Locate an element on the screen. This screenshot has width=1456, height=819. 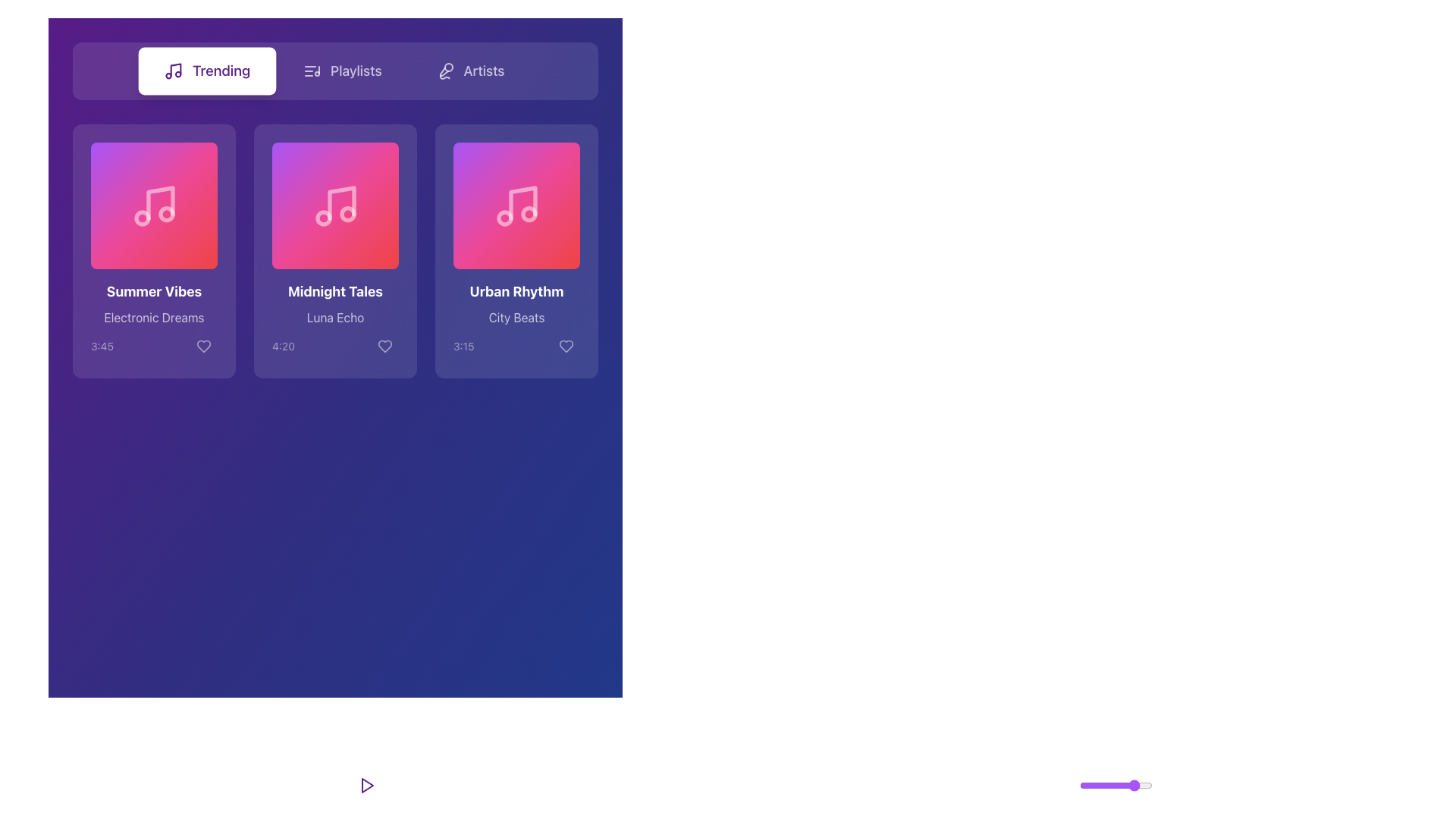
the slider is located at coordinates (1134, 785).